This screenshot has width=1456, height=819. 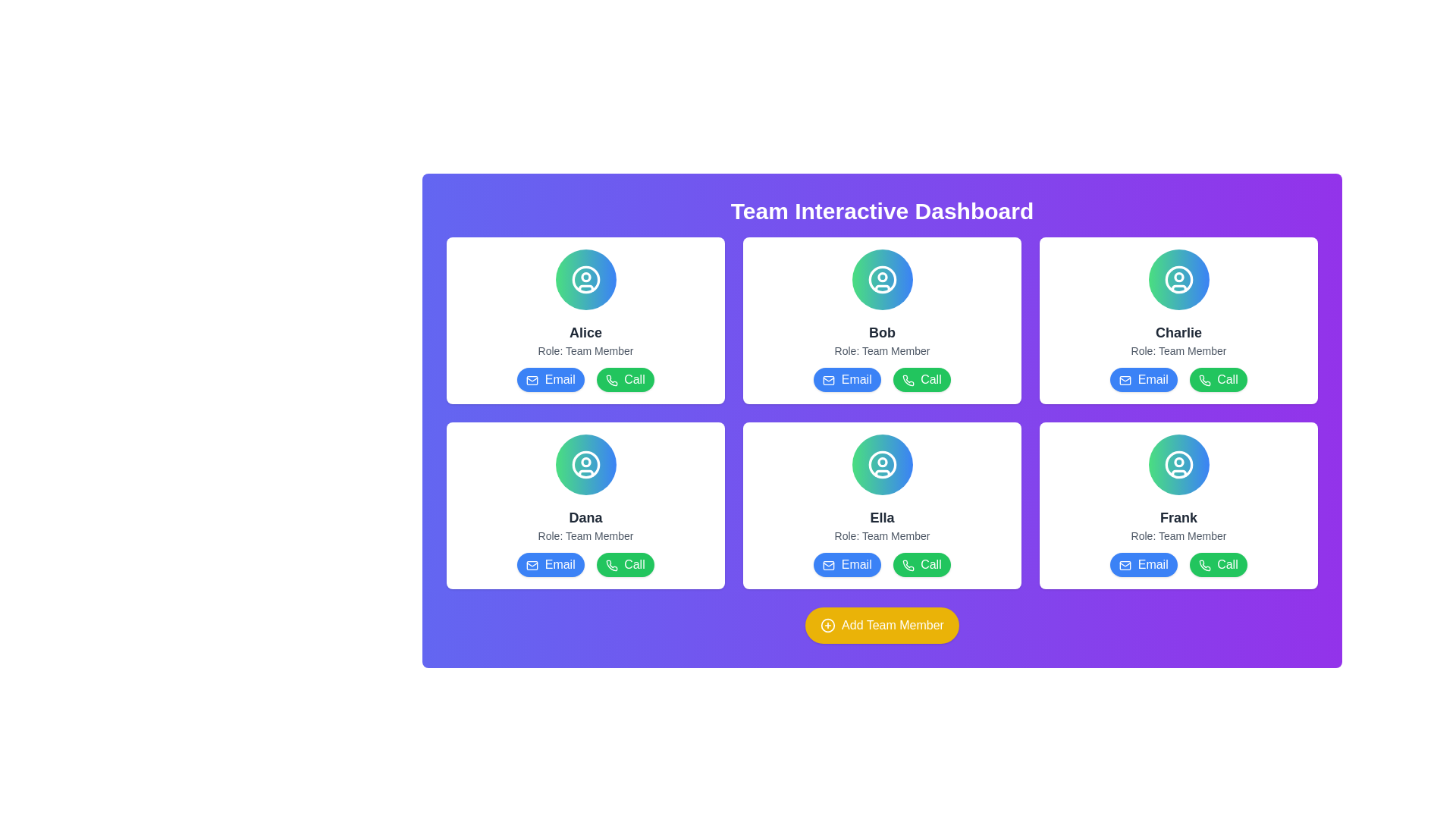 I want to click on the circular outline graphic component that enhances the visual appeal of Dana's avatar icon in the profile section, so click(x=585, y=464).